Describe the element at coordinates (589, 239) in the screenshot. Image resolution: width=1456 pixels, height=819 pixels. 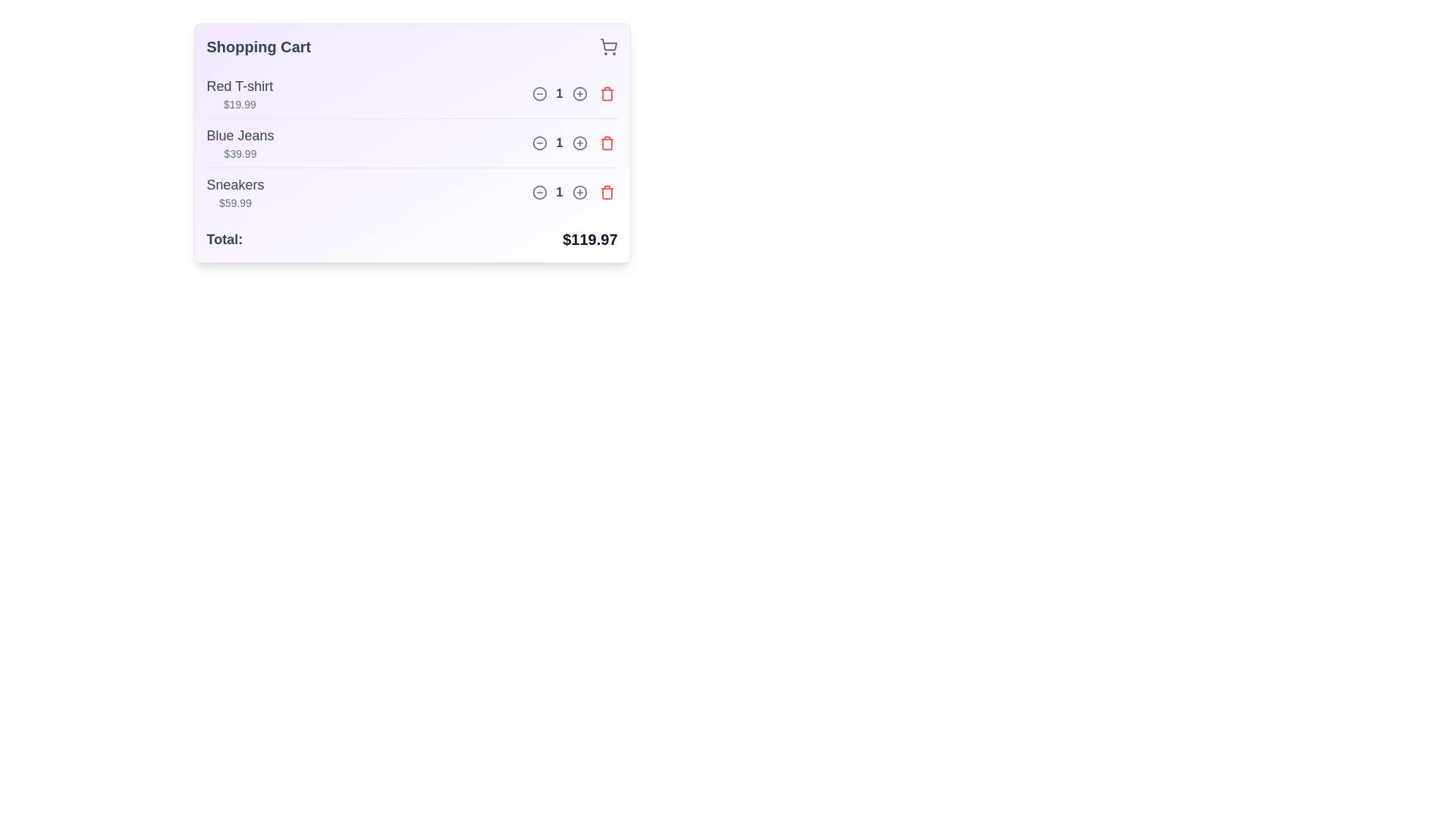
I see `the text label displaying the total cost of items in the shopping cart, which shows '$119.97' and is located at the bottom right of the shopping cart block` at that location.